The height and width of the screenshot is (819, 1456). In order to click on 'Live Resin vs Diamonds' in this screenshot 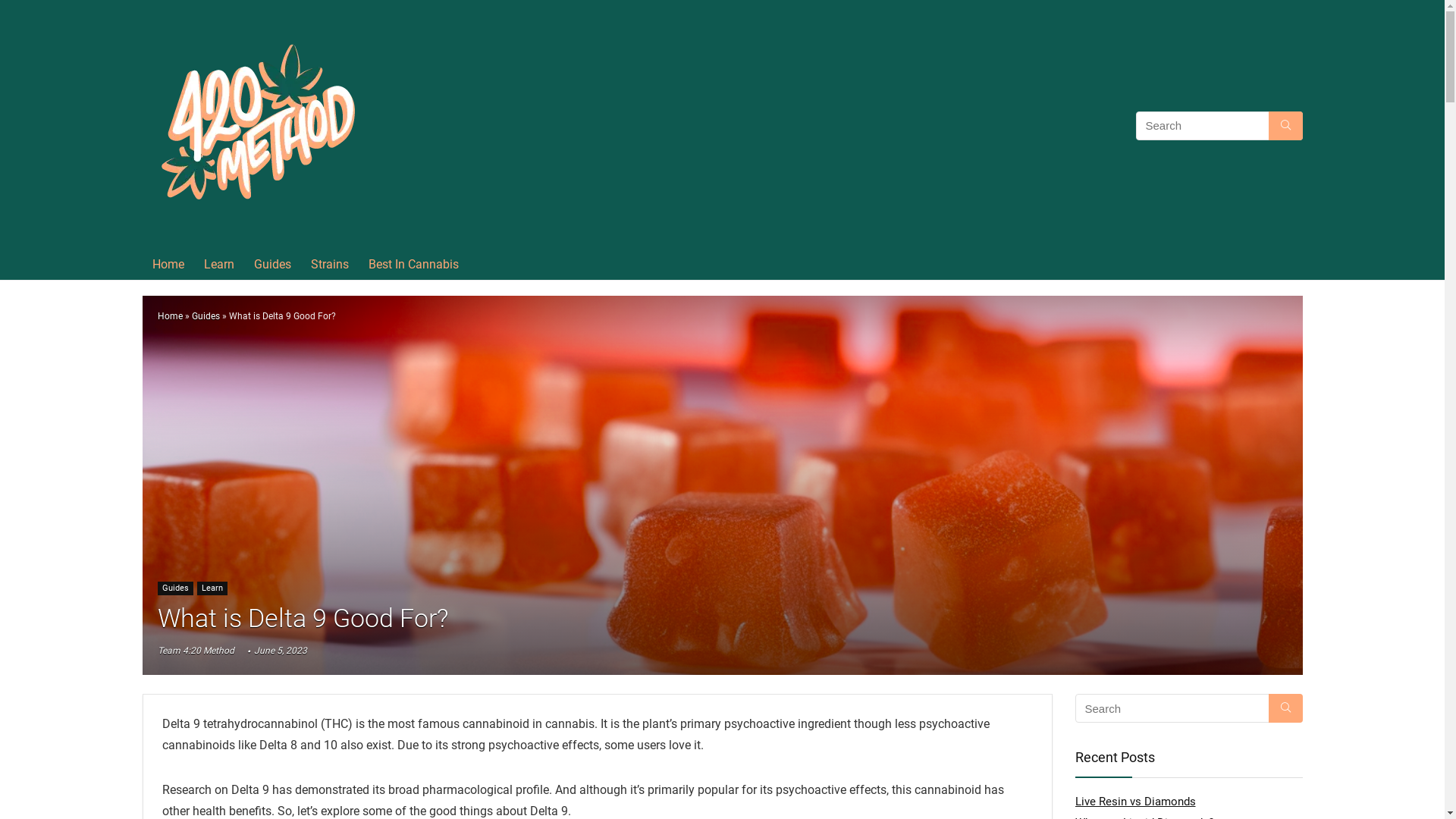, I will do `click(1135, 800)`.